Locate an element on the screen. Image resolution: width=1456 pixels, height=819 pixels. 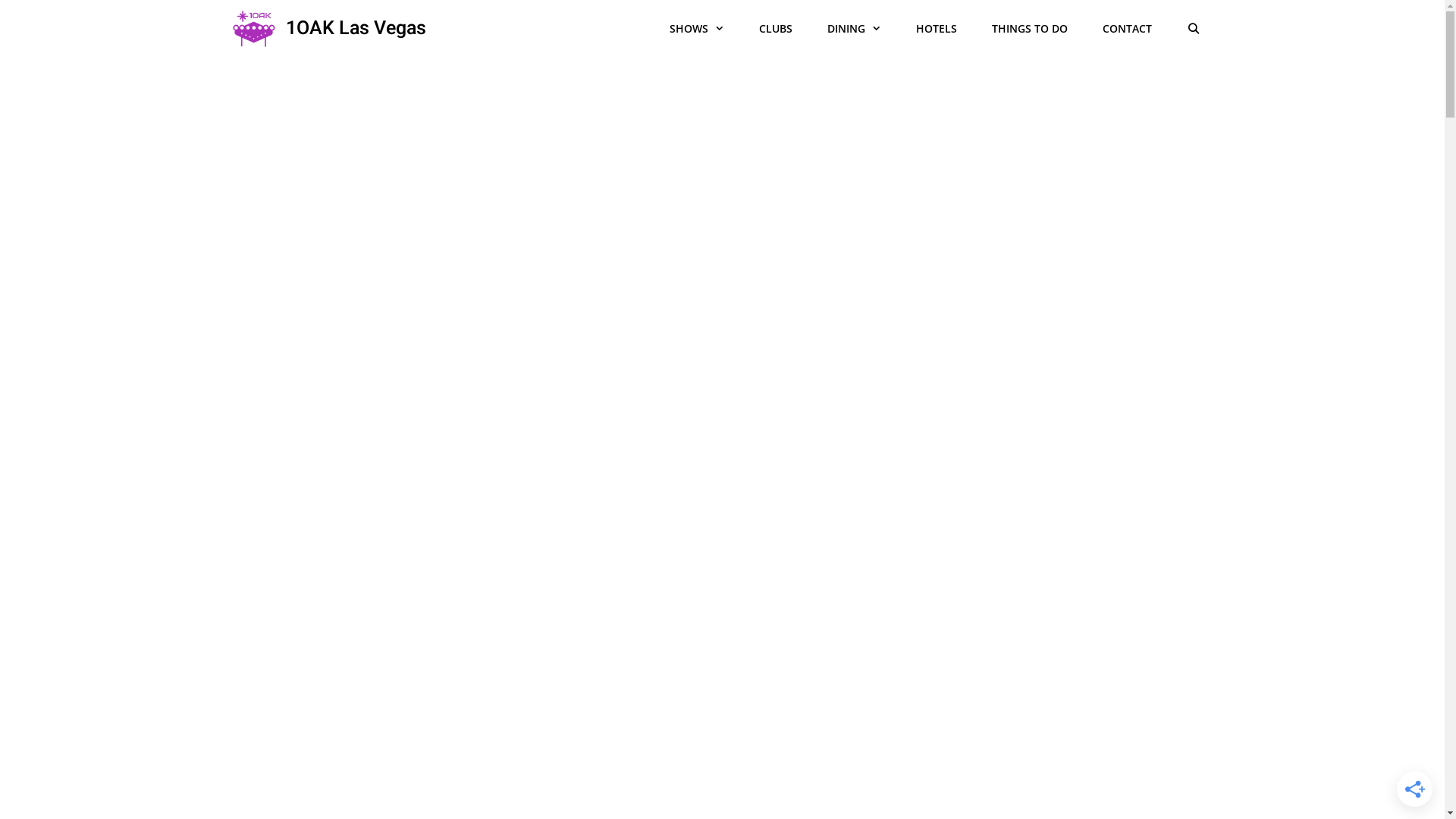
'HOTELS' is located at coordinates (935, 29).